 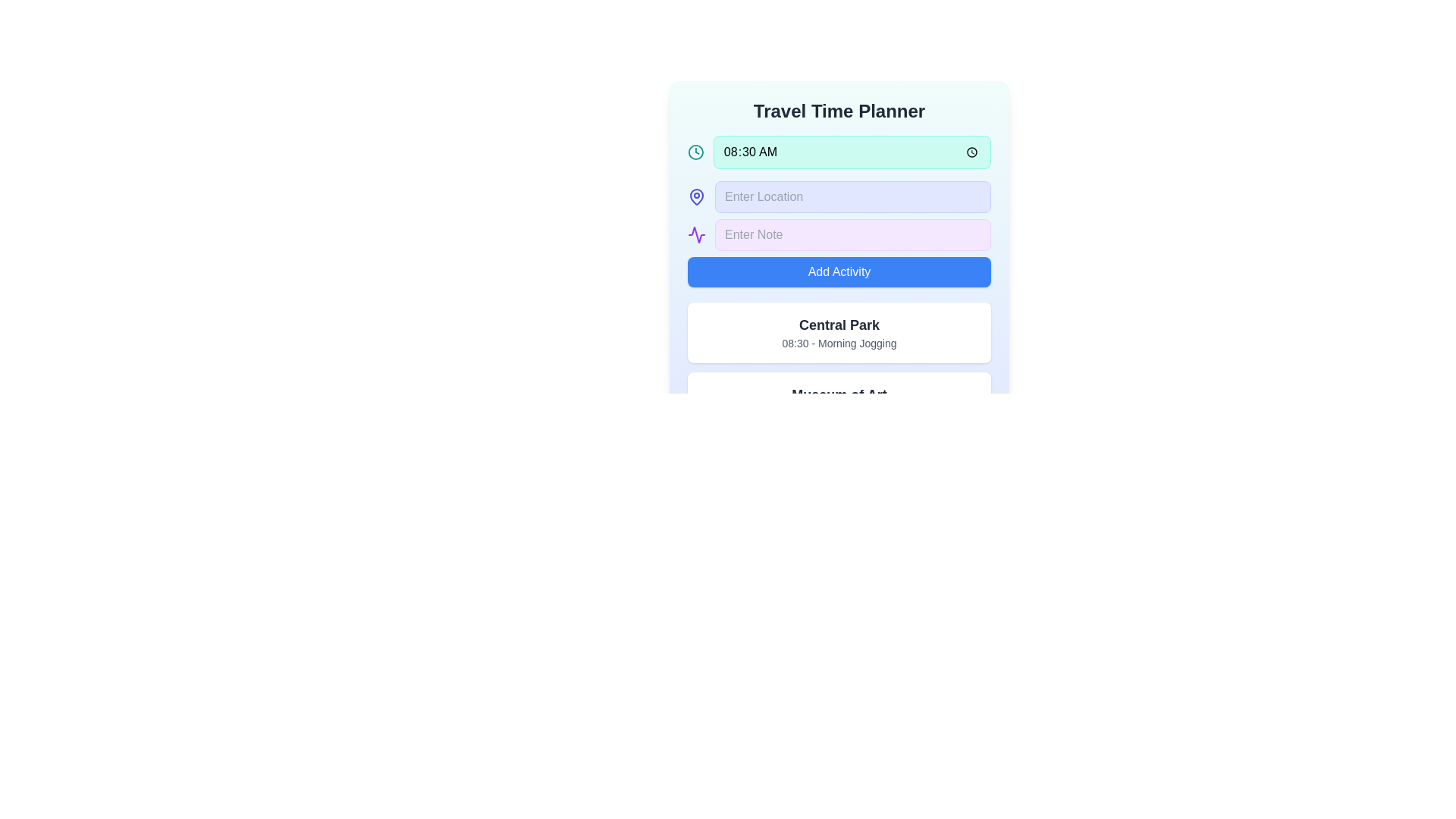 What do you see at coordinates (695, 234) in the screenshot?
I see `the icon located to the left of the 'Enter Note' text input field for interaction` at bounding box center [695, 234].